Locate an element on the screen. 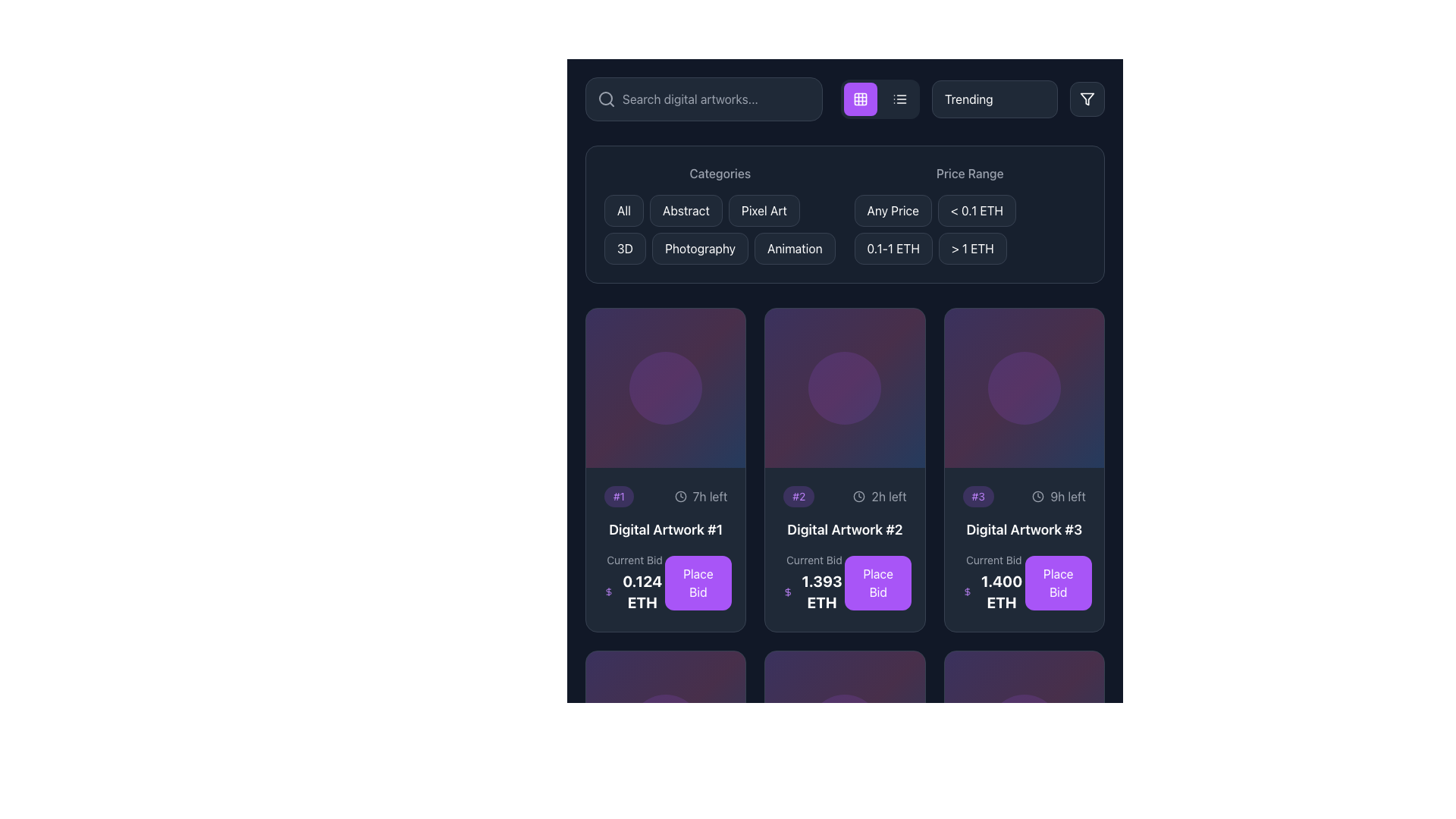  the button with a purple background featuring a grid icon, which is the second button from the left in the top row of controls is located at coordinates (844, 99).